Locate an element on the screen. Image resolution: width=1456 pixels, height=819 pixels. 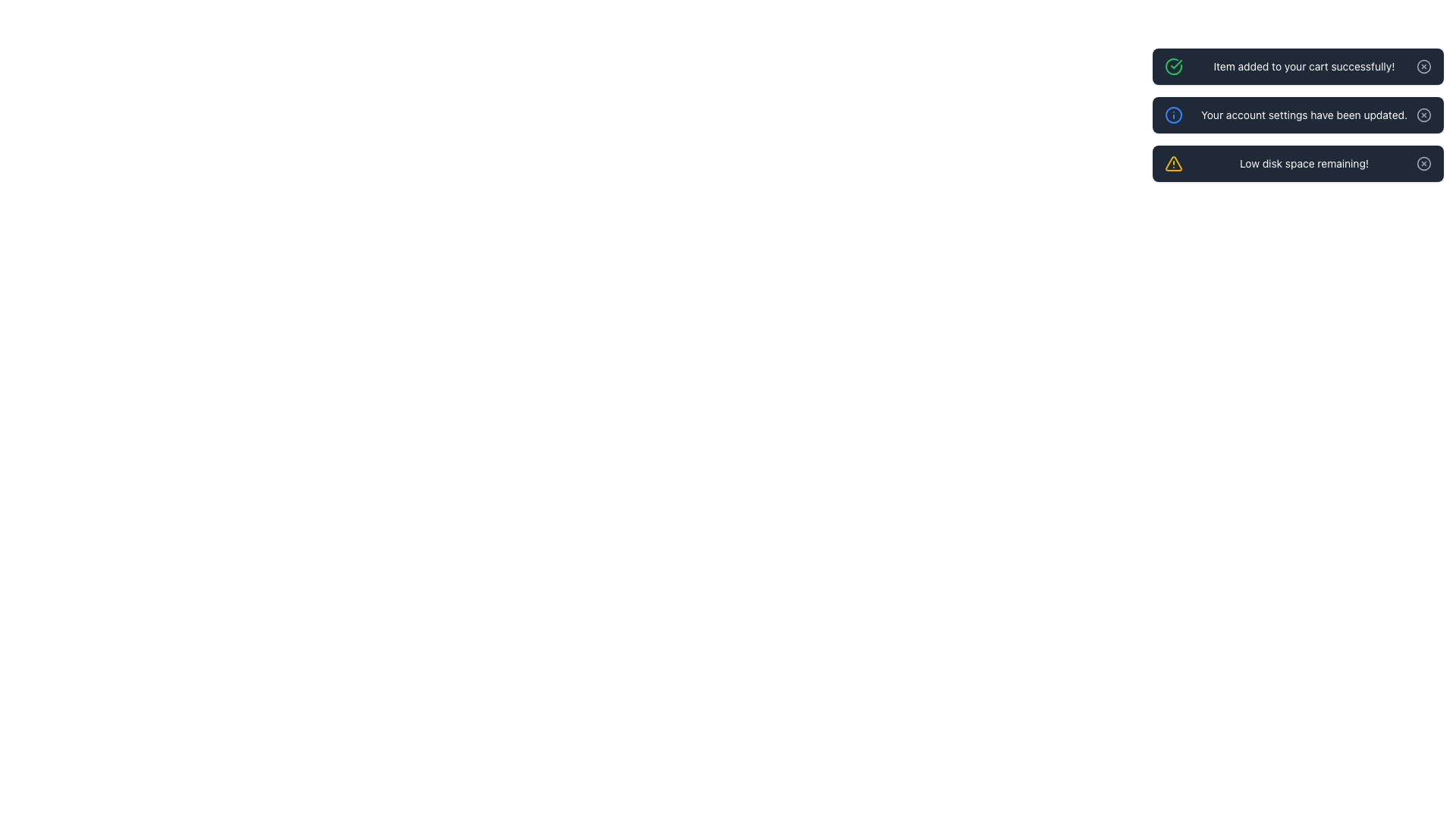
the circular close button with a cross symbol located on the far right of the notification labeled 'Your account settings have been updated' is located at coordinates (1423, 114).